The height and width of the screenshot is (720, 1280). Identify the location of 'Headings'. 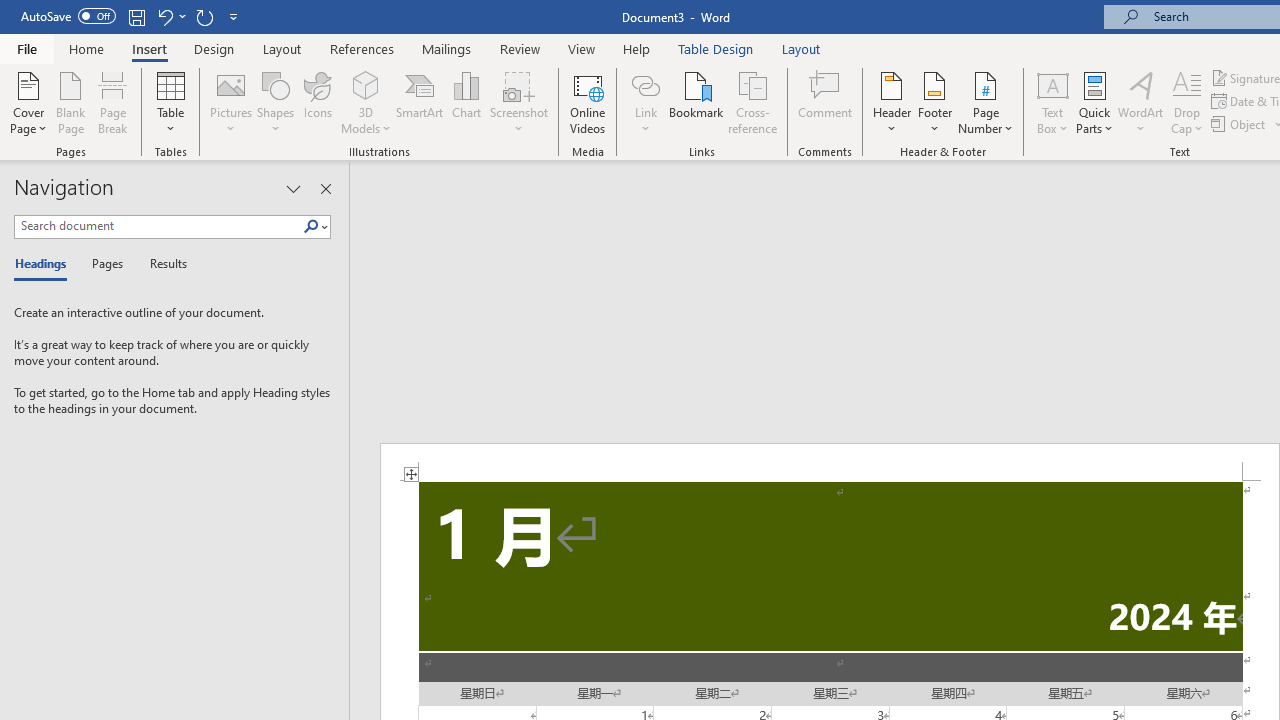
(45, 264).